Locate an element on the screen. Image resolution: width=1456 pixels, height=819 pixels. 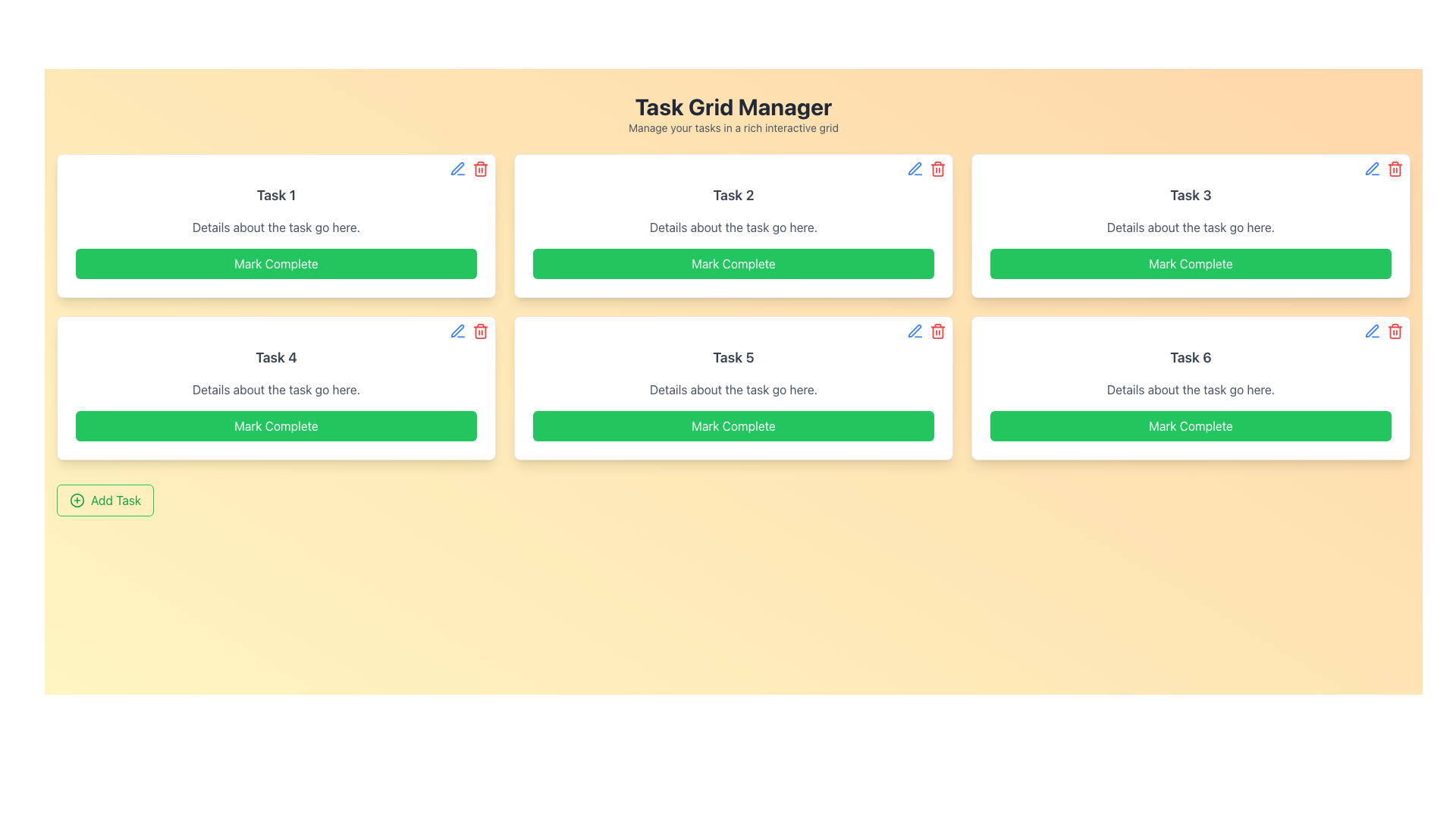
the text label displaying 'Task 4' which is prominently featured in a bold, large font and is located in the second row and first column of a 2x3 grid layout is located at coordinates (276, 357).